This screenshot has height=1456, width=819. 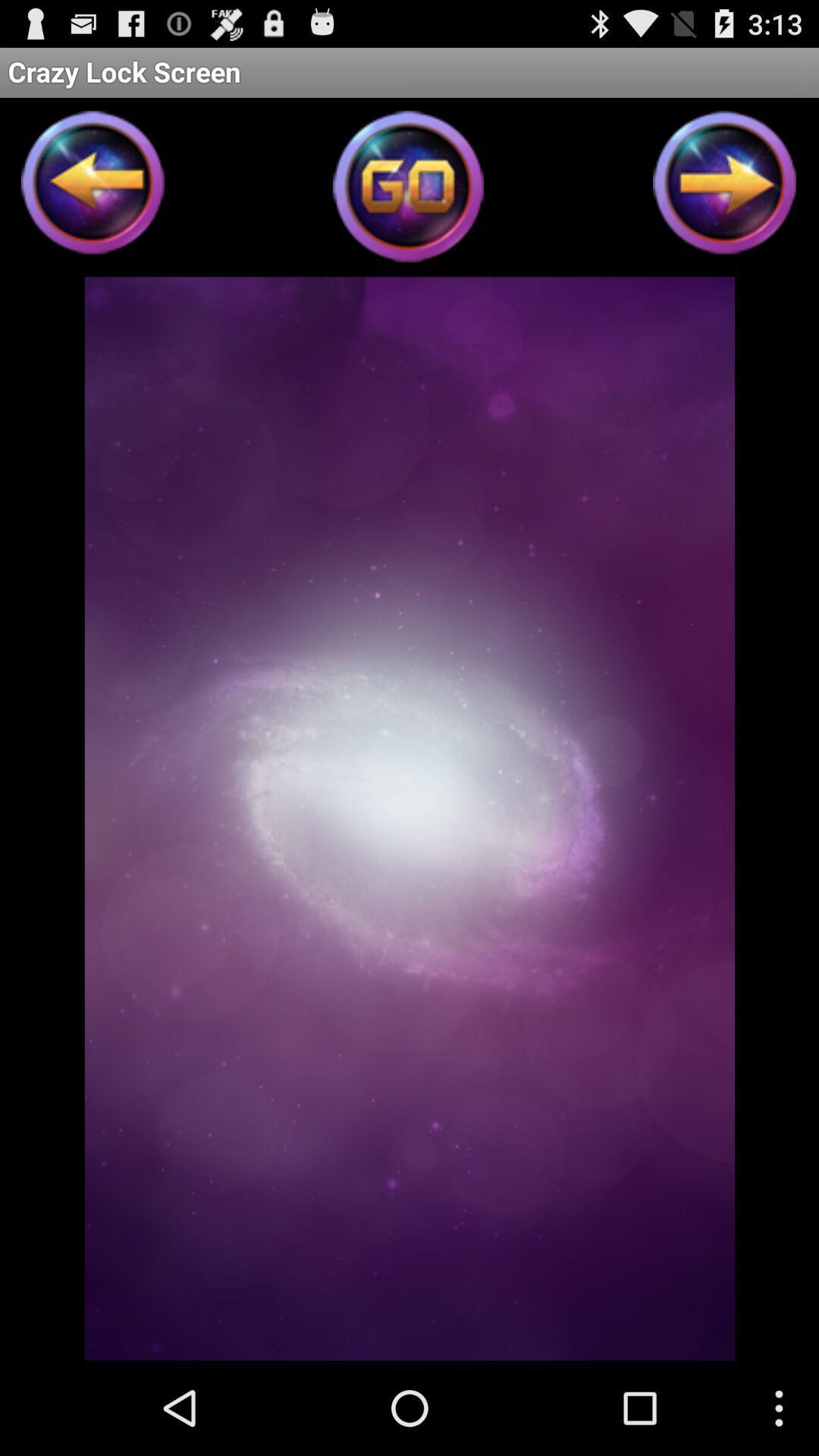 I want to click on previous, so click(x=93, y=187).